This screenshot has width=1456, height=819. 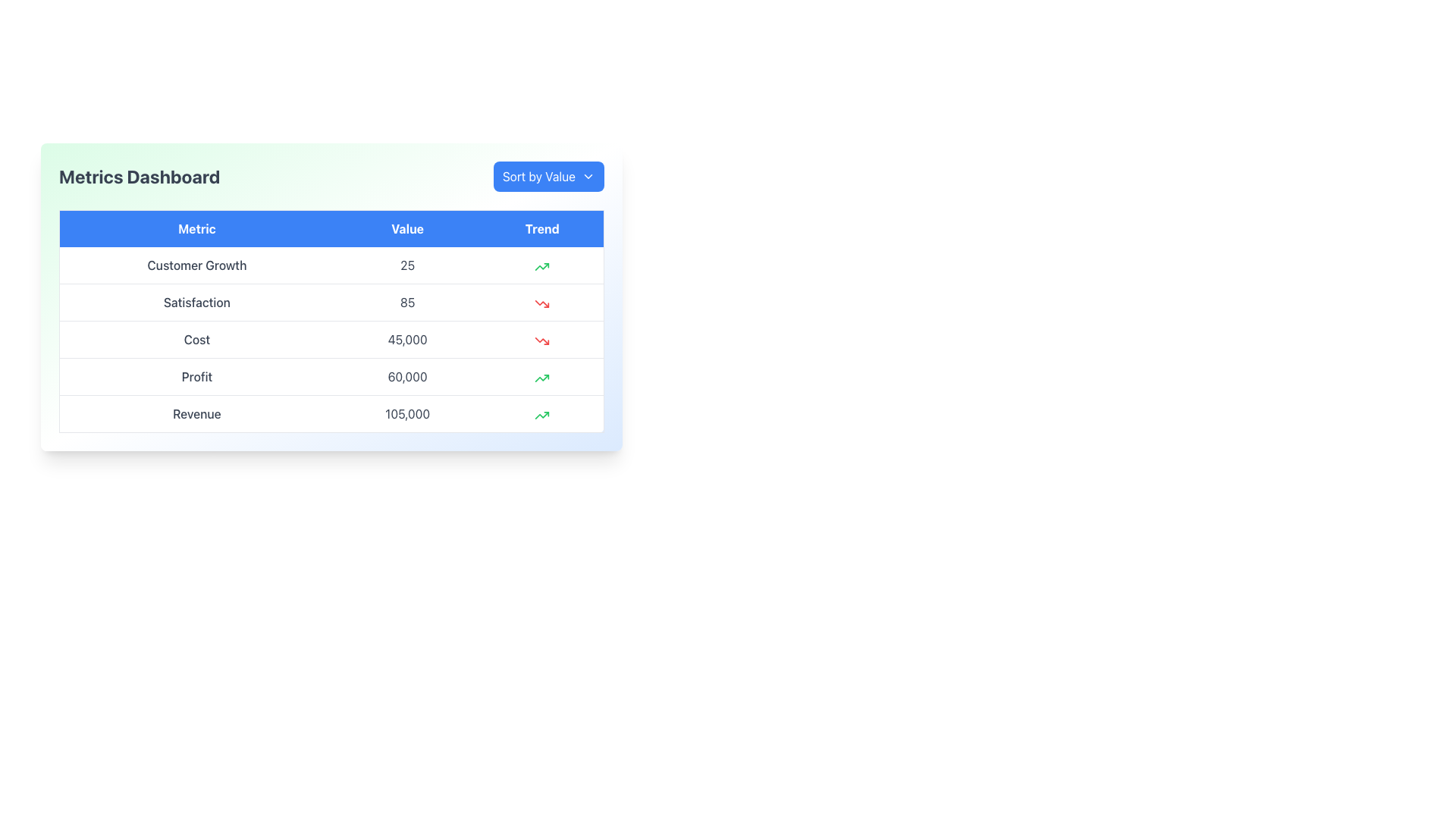 I want to click on the text label displaying '60,000' in the 'Value' column of the 'Profit' row in the dashboard table, so click(x=407, y=376).